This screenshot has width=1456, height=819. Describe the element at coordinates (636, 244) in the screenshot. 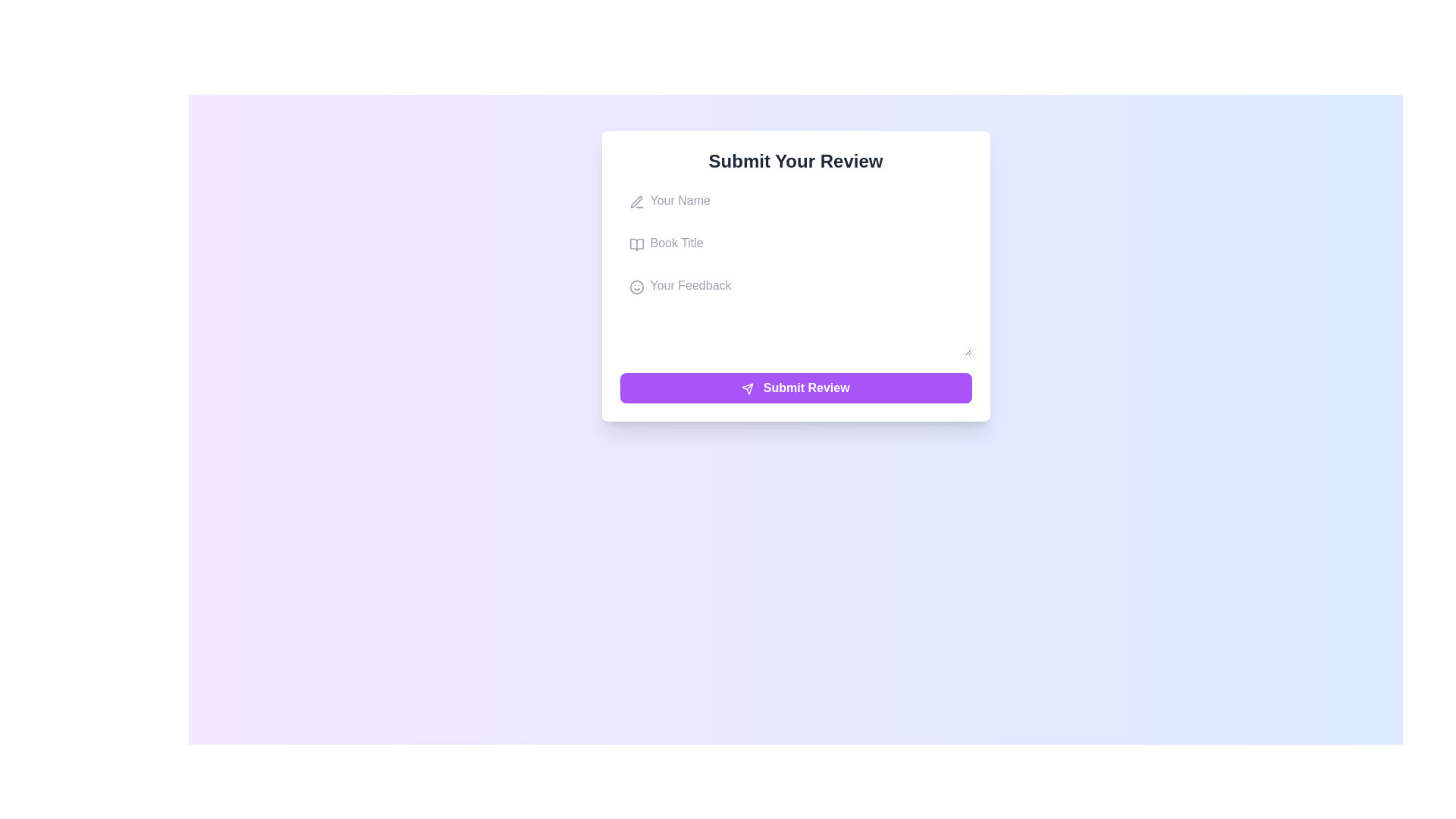

I see `decorative icon that signifies the 'Book Title' field located beside the 'Book Title' text field within the 'Submit Your Review' form` at that location.